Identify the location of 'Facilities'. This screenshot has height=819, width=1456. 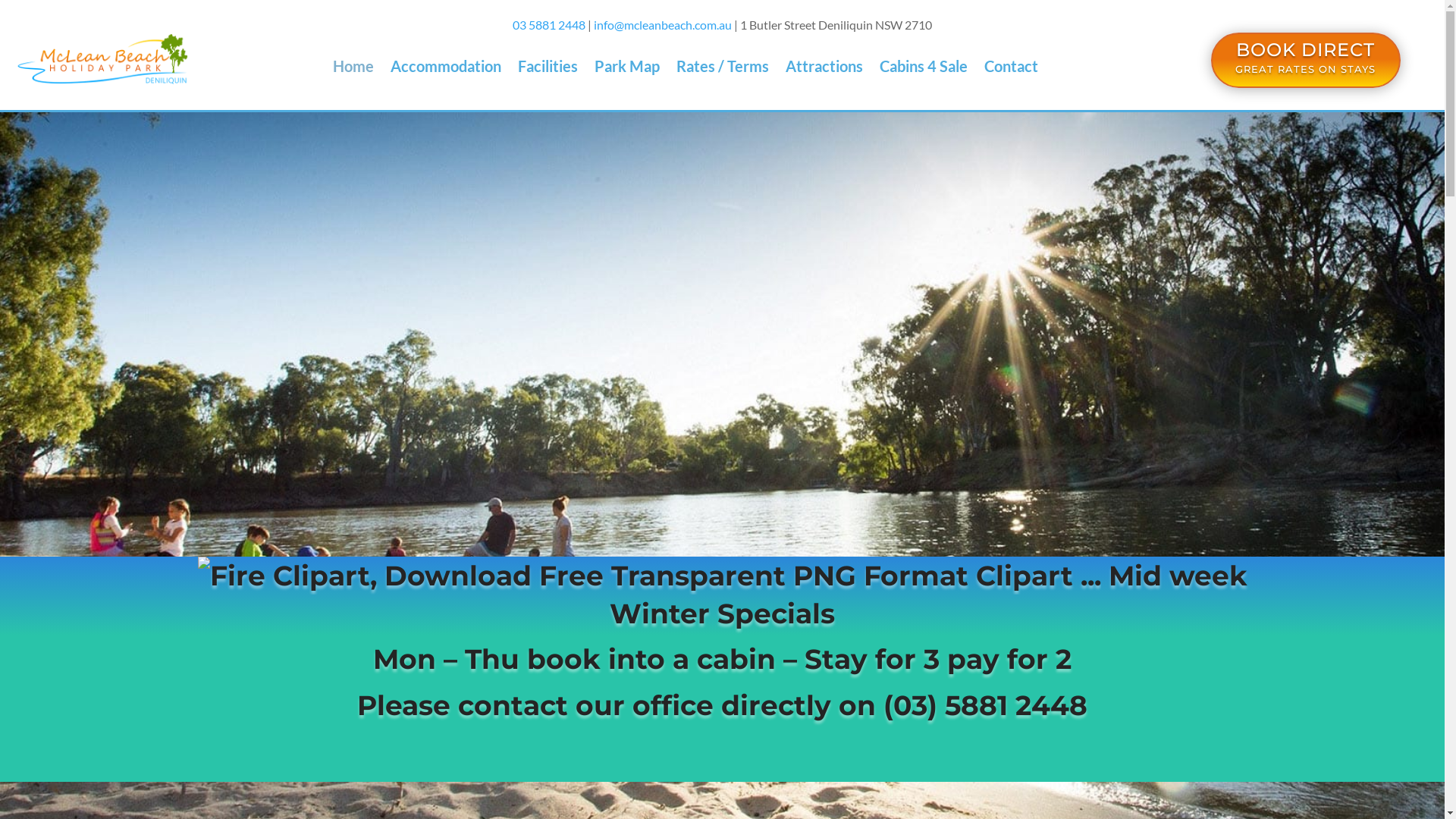
(517, 69).